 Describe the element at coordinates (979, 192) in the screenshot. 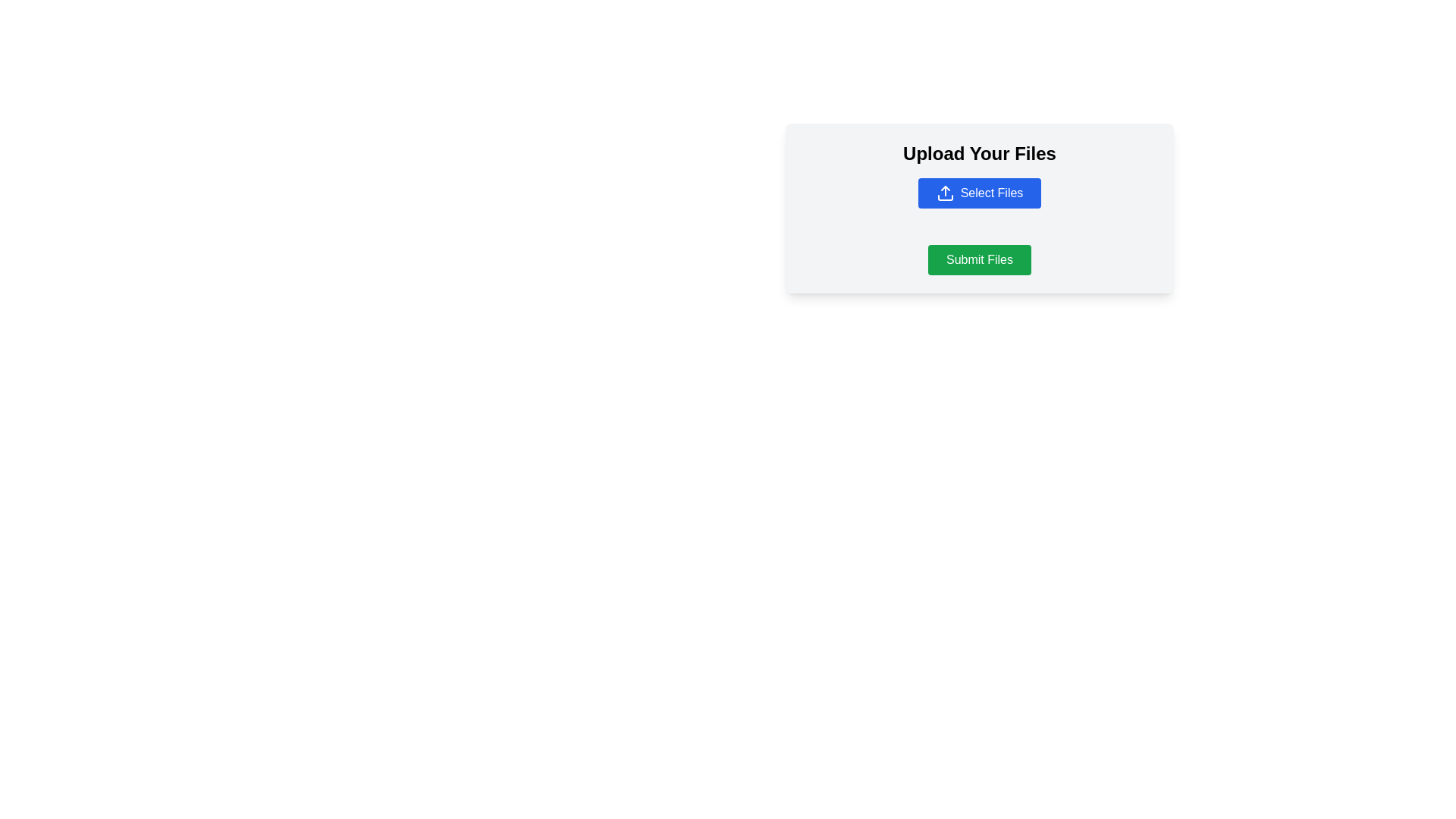

I see `the file selection button located below the 'Upload Your Files' heading and above the 'Submit Files' button` at that location.